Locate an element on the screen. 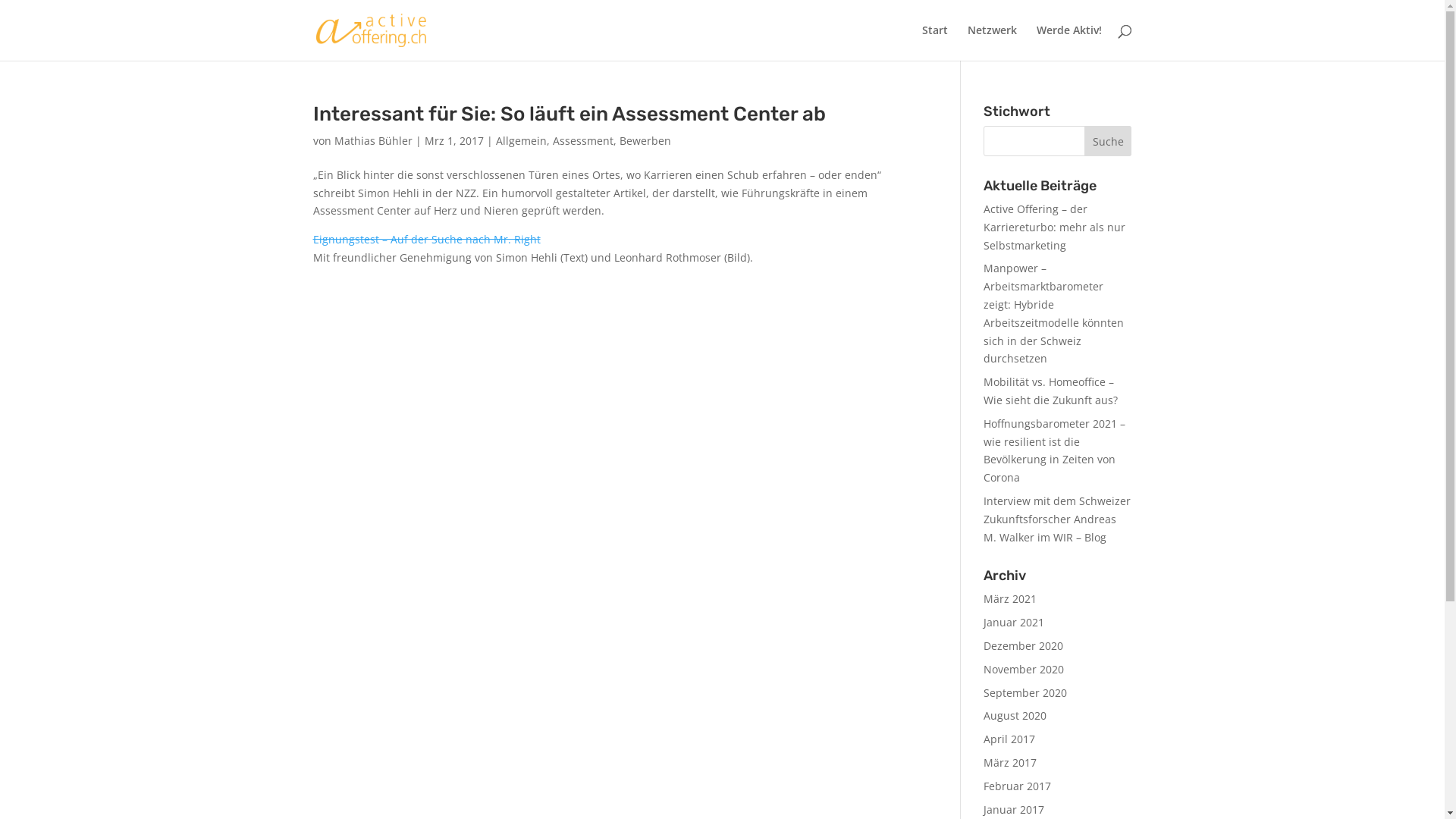 Image resolution: width=1456 pixels, height=819 pixels. 'Start' is located at coordinates (934, 42).